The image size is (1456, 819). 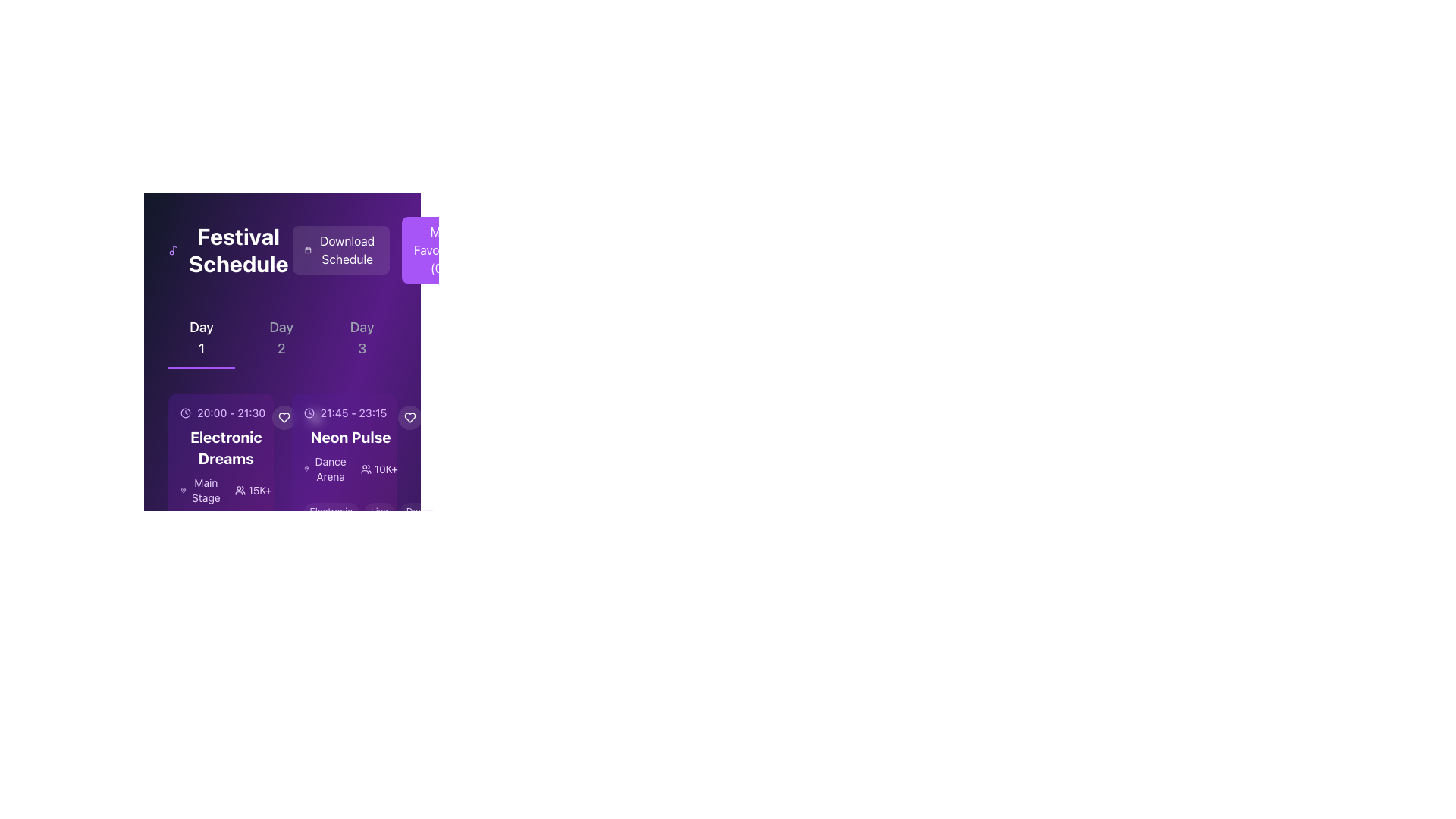 What do you see at coordinates (350, 468) in the screenshot?
I see `informational block containing details about the venue 'Dance Arena' and number of participants '10K+', located under the event schedule for 'Neon Pulse' on day 1` at bounding box center [350, 468].